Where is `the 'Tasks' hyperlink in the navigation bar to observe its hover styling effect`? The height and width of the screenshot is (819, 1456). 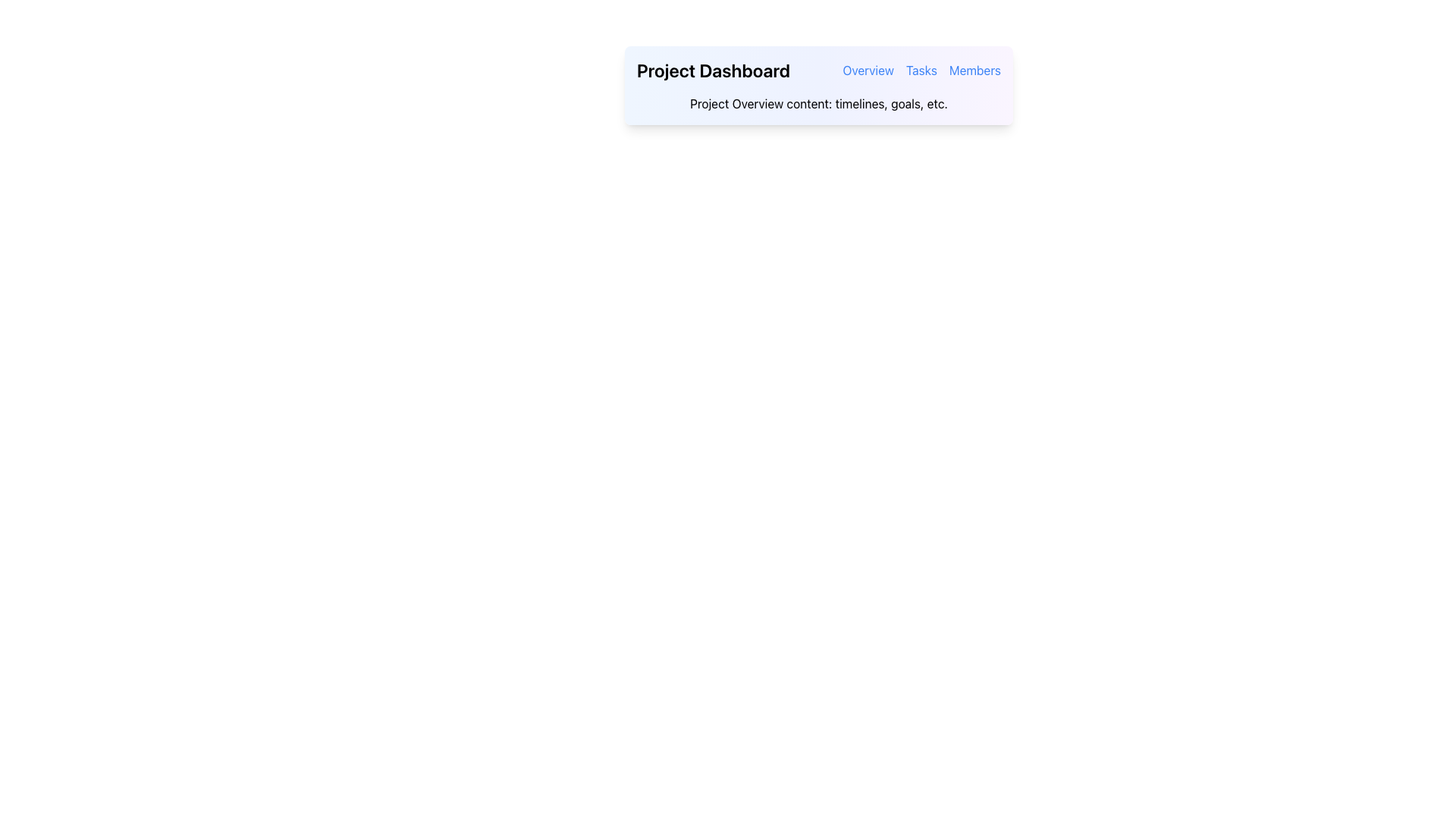 the 'Tasks' hyperlink in the navigation bar to observe its hover styling effect is located at coordinates (921, 70).